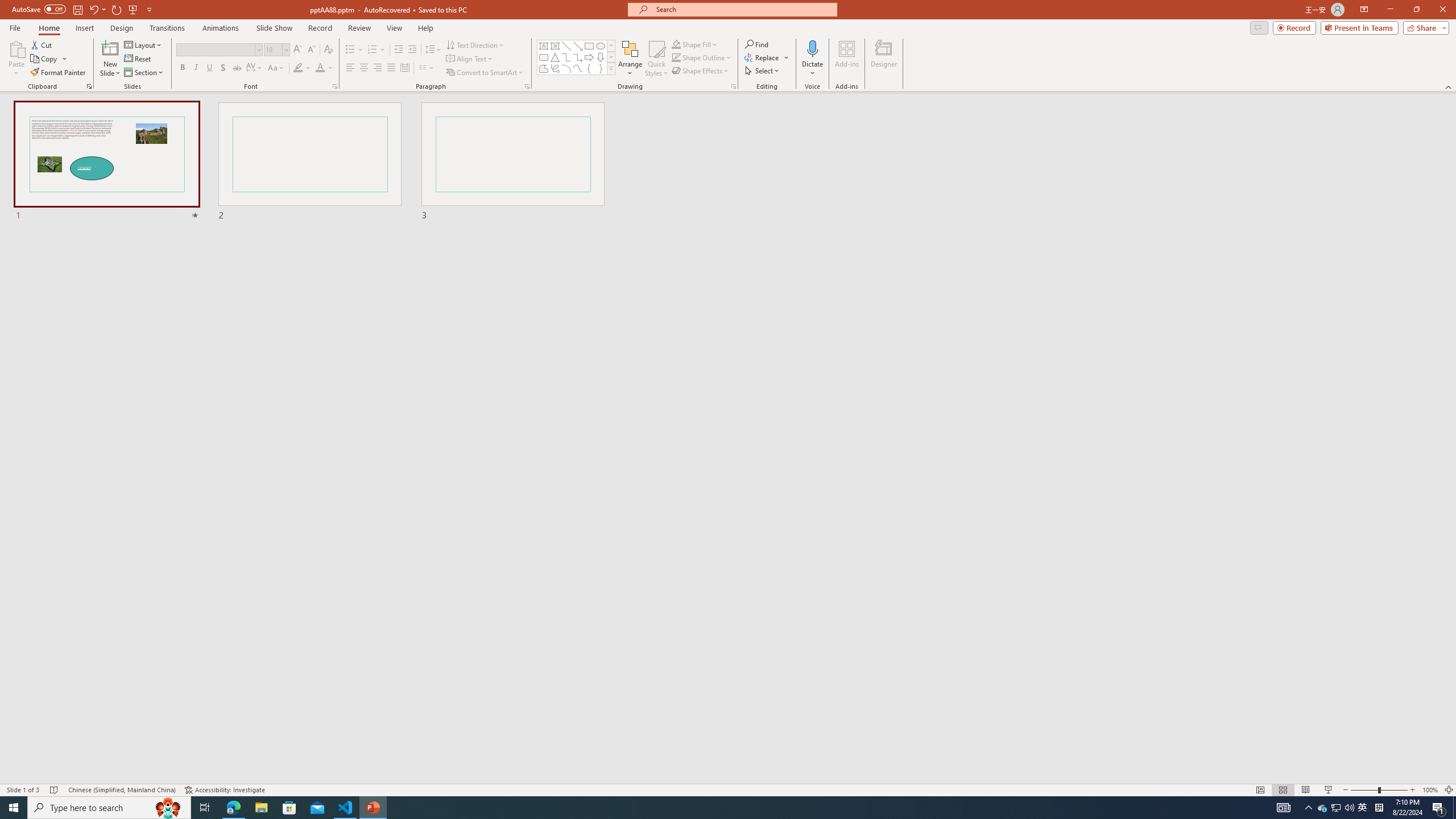  Describe the element at coordinates (589, 45) in the screenshot. I see `'Rectangle'` at that location.